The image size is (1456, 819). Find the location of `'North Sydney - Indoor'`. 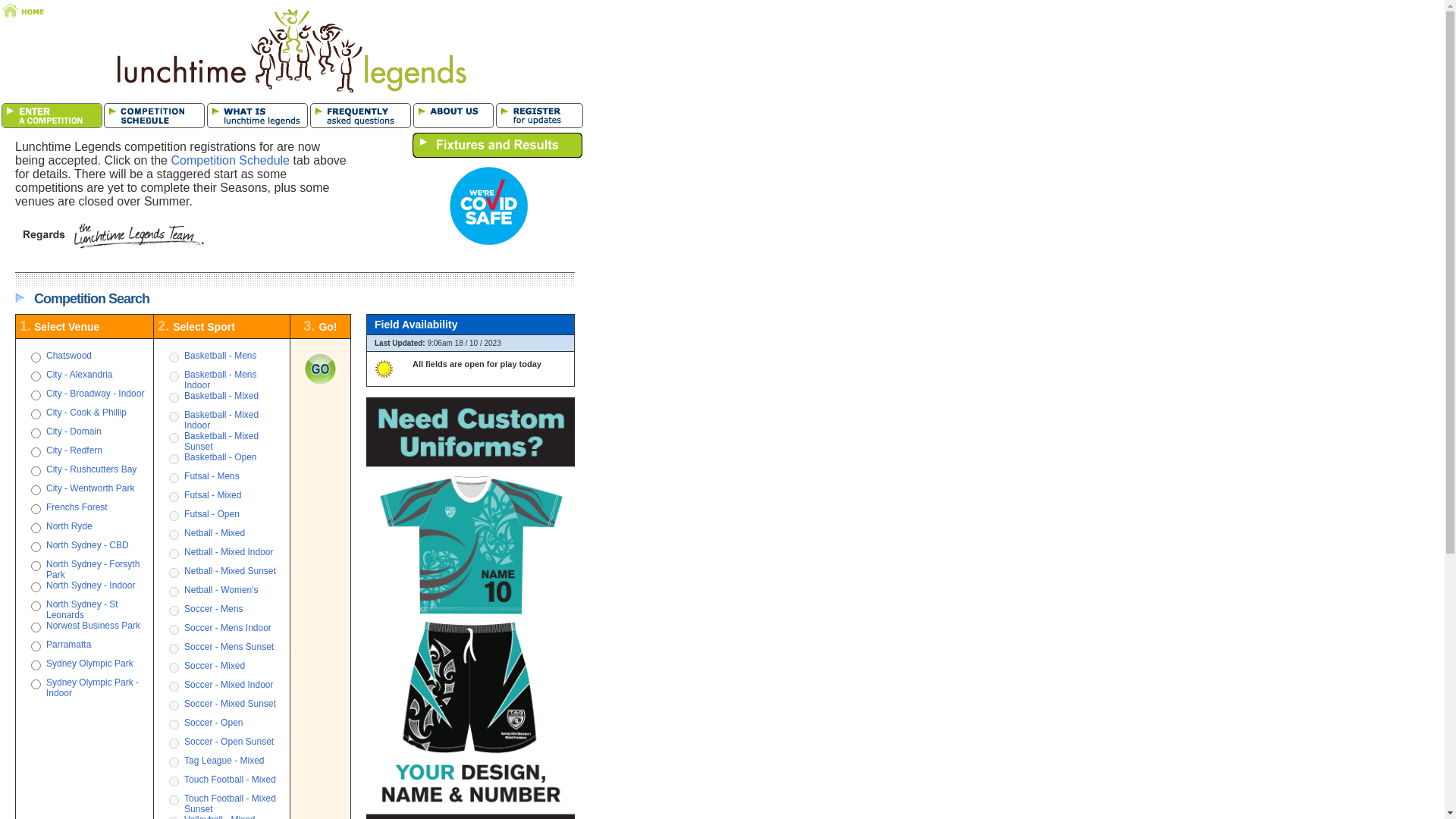

'North Sydney - Indoor' is located at coordinates (46, 584).